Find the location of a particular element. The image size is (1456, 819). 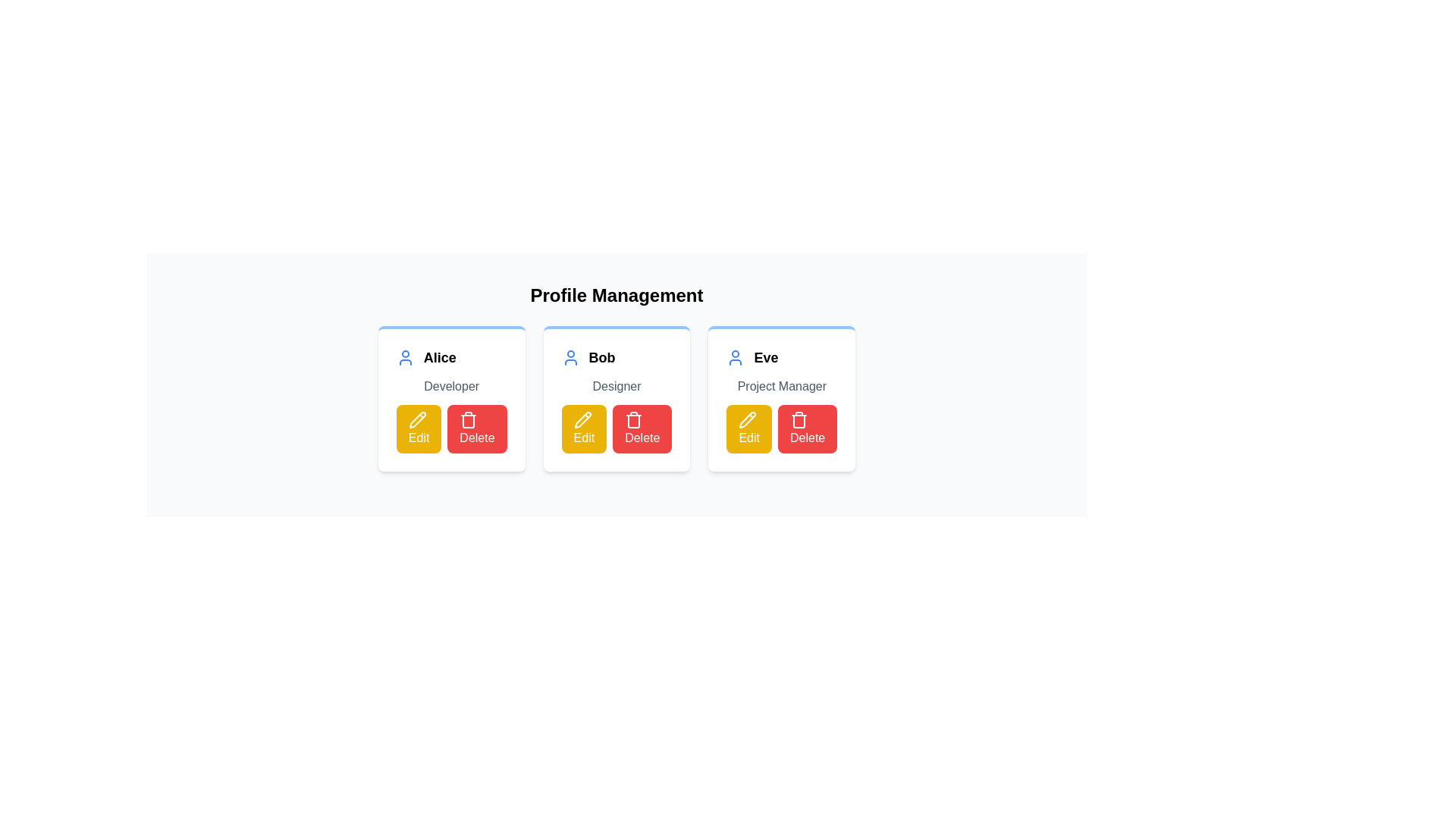

the 'Delete' icon within the red delete button located in the third card titled 'Eve - Project Manager' is located at coordinates (798, 420).